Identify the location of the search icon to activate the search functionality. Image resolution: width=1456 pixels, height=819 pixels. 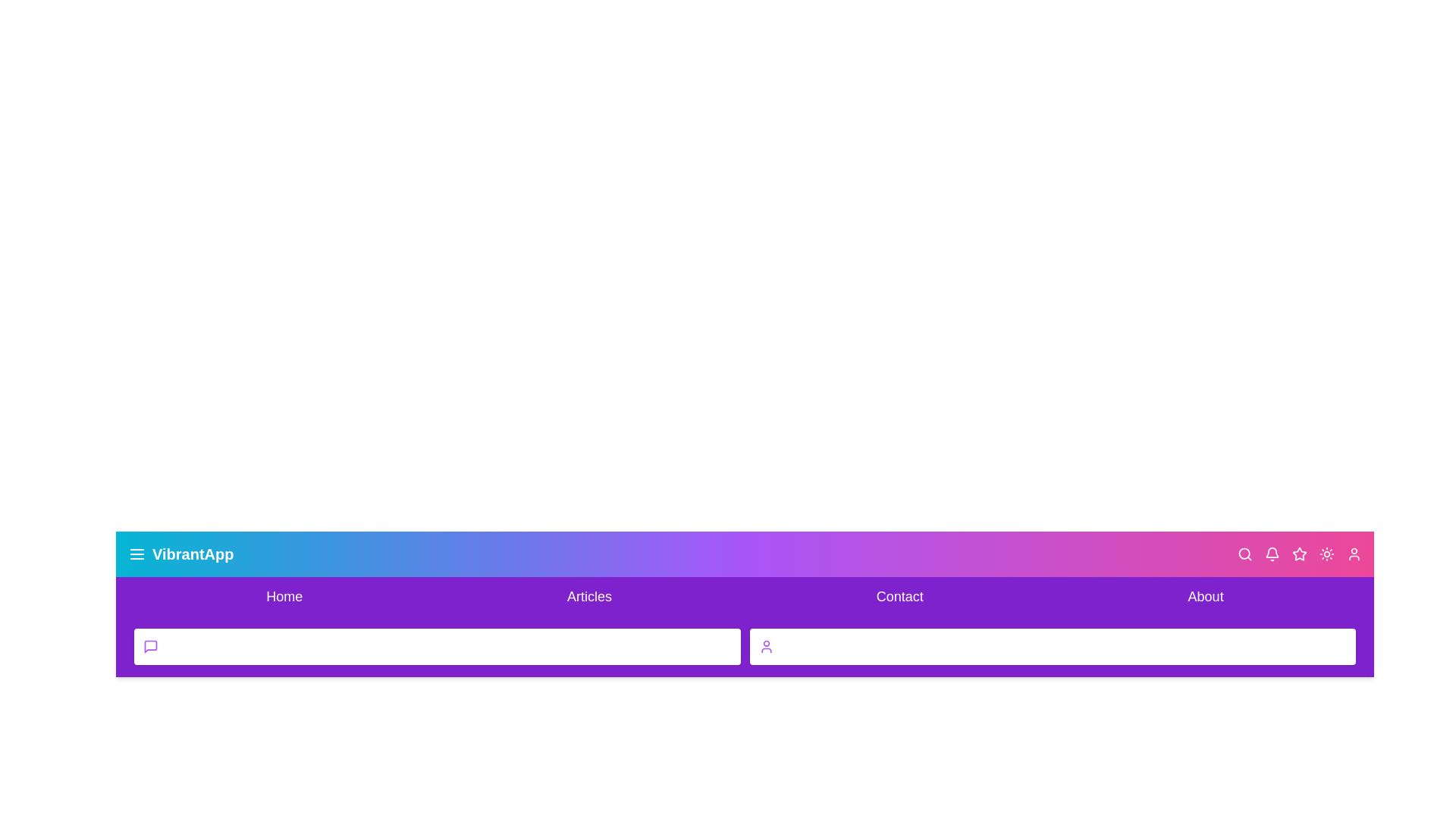
(1244, 554).